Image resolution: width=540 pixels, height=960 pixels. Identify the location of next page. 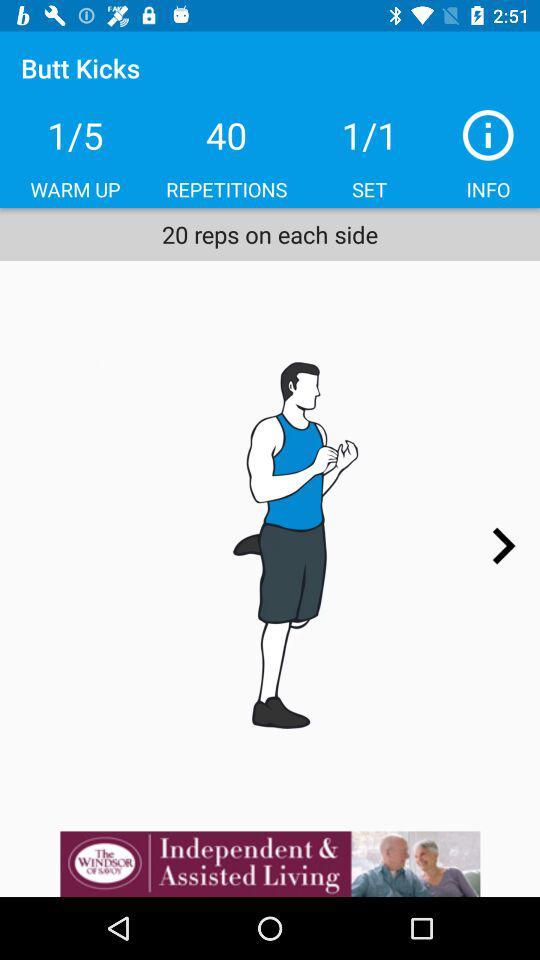
(502, 546).